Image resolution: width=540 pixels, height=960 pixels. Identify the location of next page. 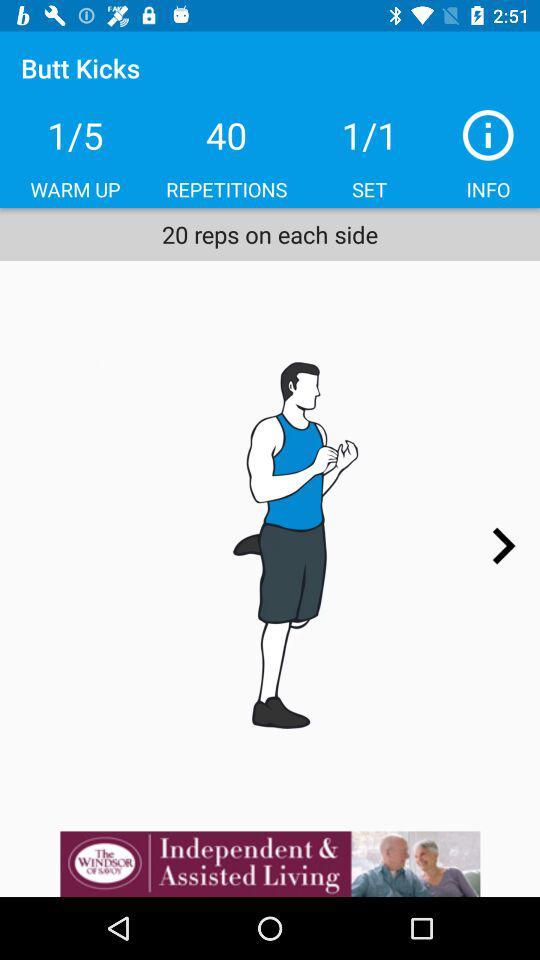
(502, 546).